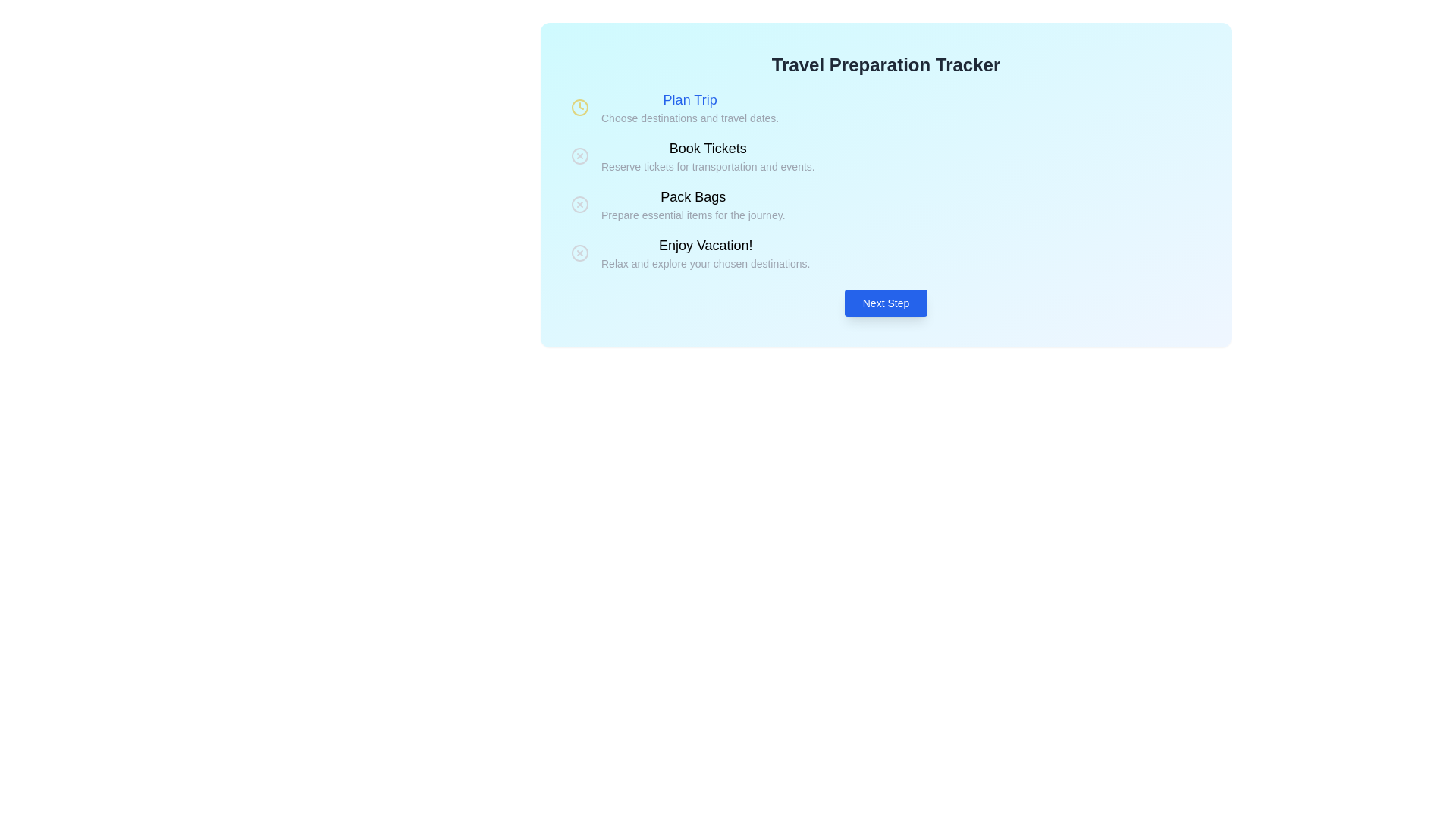 The width and height of the screenshot is (1456, 819). Describe the element at coordinates (886, 253) in the screenshot. I see `the Informational block that displays 'Enjoy Vacation!' and 'Relax and explore your chosen destinations.' with a light blue background, positioned below 'Pack Bags' and above the 'Next Step' button` at that location.